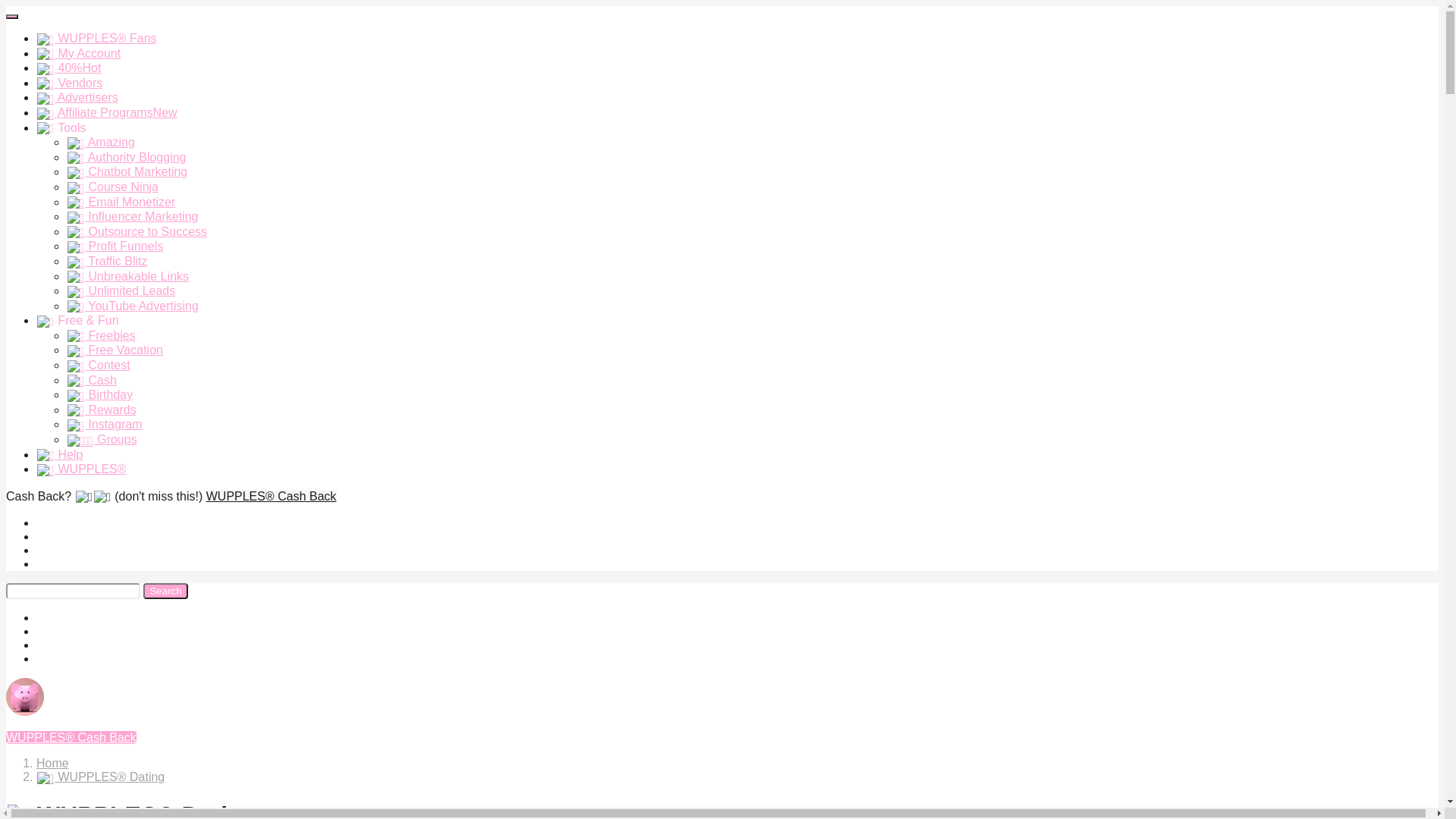 The height and width of the screenshot is (819, 1456). What do you see at coordinates (36, 52) in the screenshot?
I see `'My Account'` at bounding box center [36, 52].